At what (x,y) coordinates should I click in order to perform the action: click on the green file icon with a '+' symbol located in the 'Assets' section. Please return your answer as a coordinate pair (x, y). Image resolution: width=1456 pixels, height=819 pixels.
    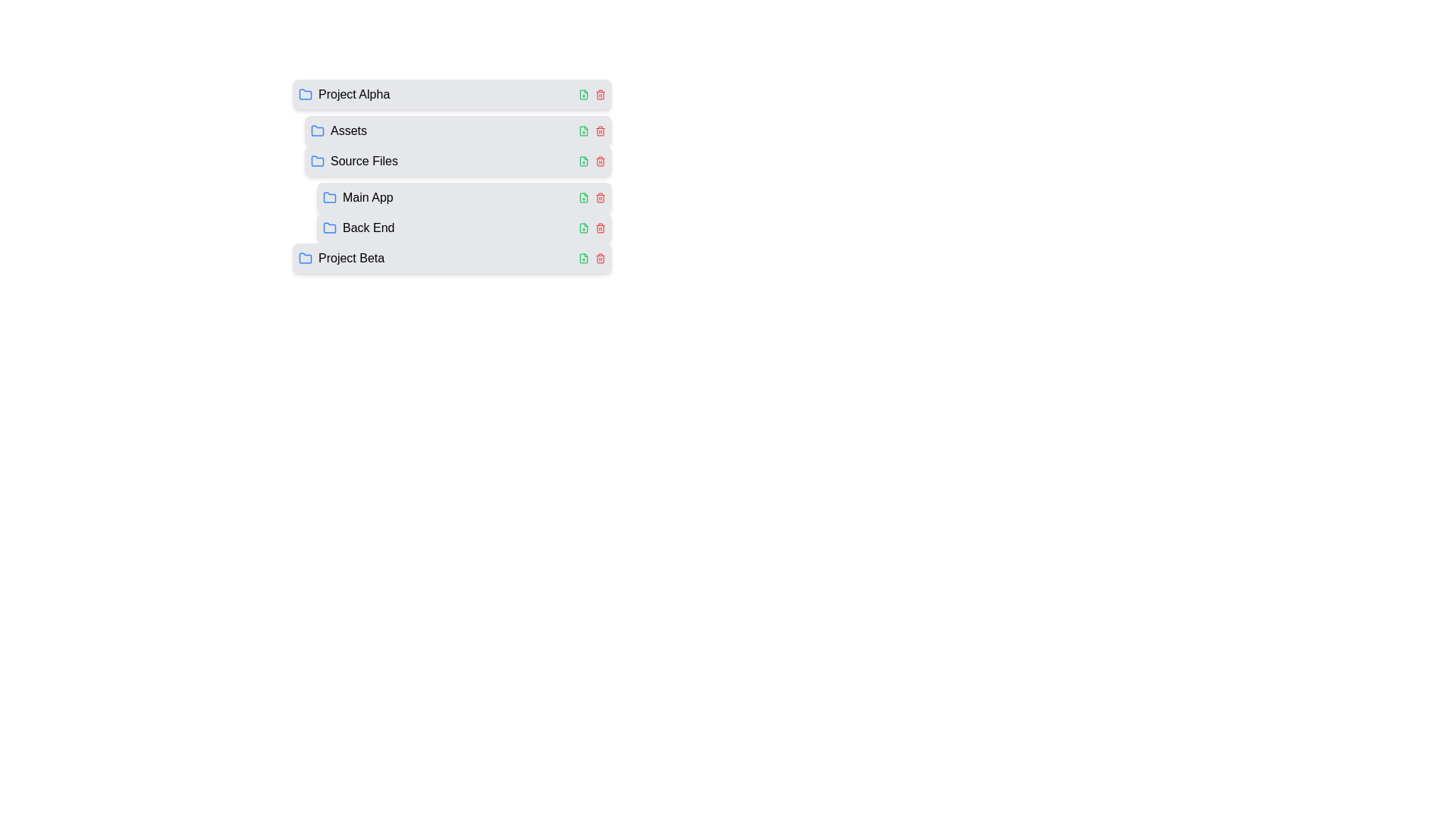
    Looking at the image, I should click on (582, 130).